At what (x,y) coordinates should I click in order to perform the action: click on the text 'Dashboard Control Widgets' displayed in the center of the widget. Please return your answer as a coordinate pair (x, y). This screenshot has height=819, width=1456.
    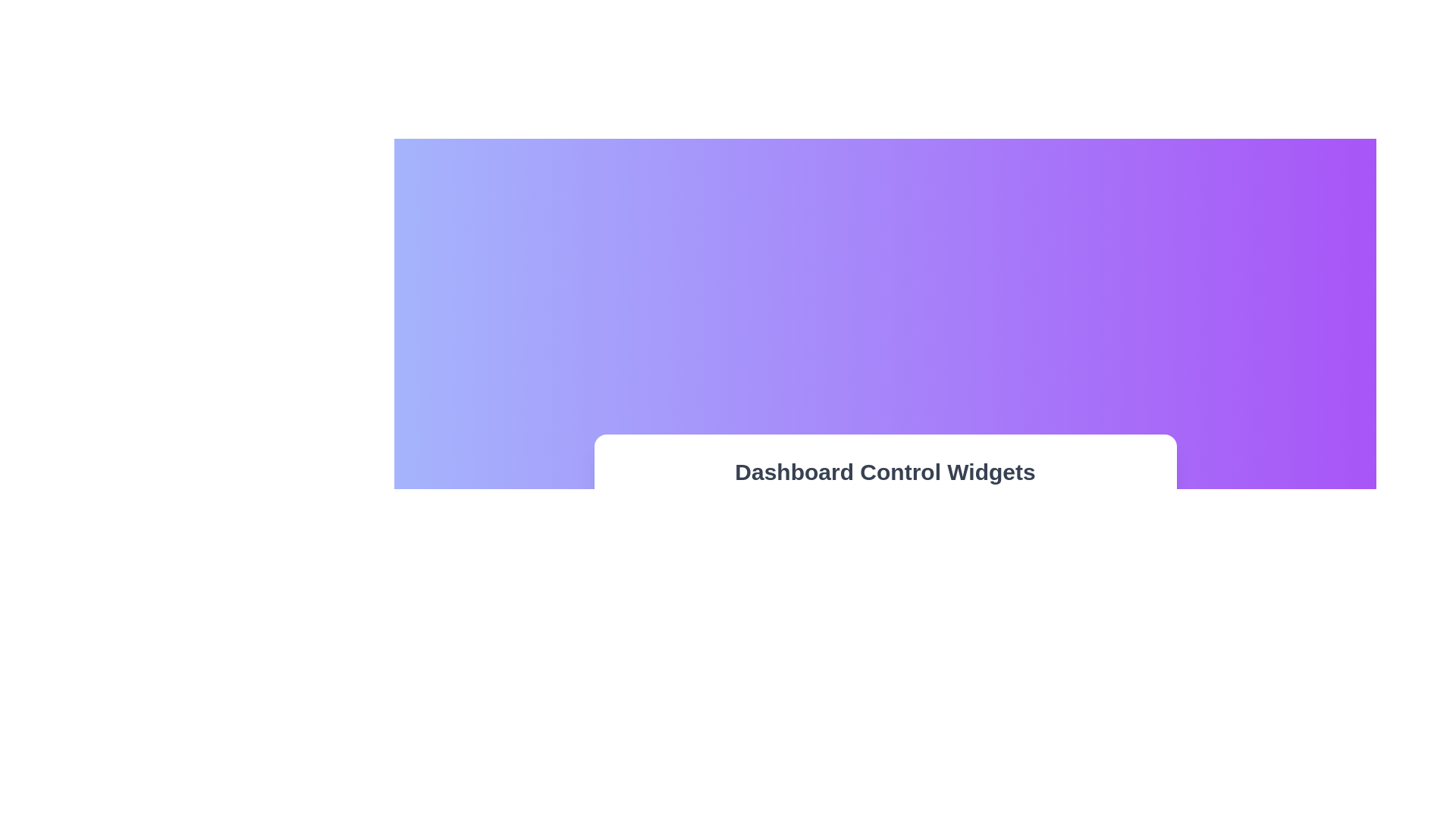
    Looking at the image, I should click on (885, 472).